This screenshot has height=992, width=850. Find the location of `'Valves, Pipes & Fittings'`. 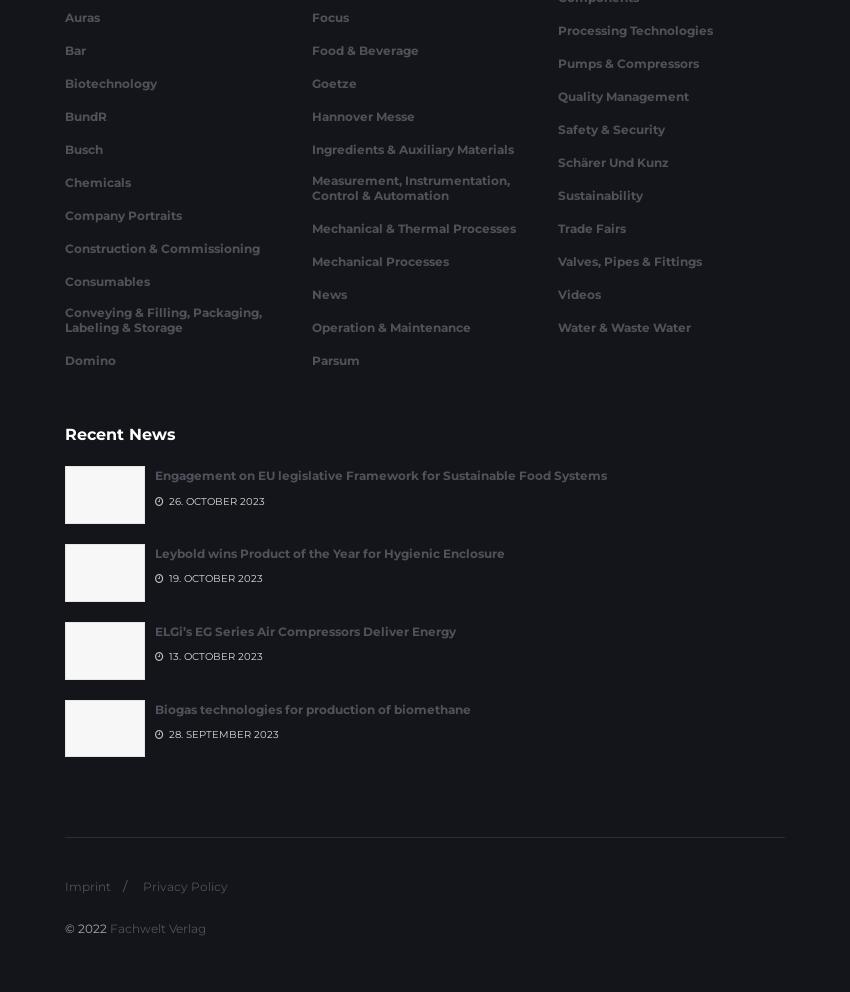

'Valves, Pipes & Fittings' is located at coordinates (629, 367).